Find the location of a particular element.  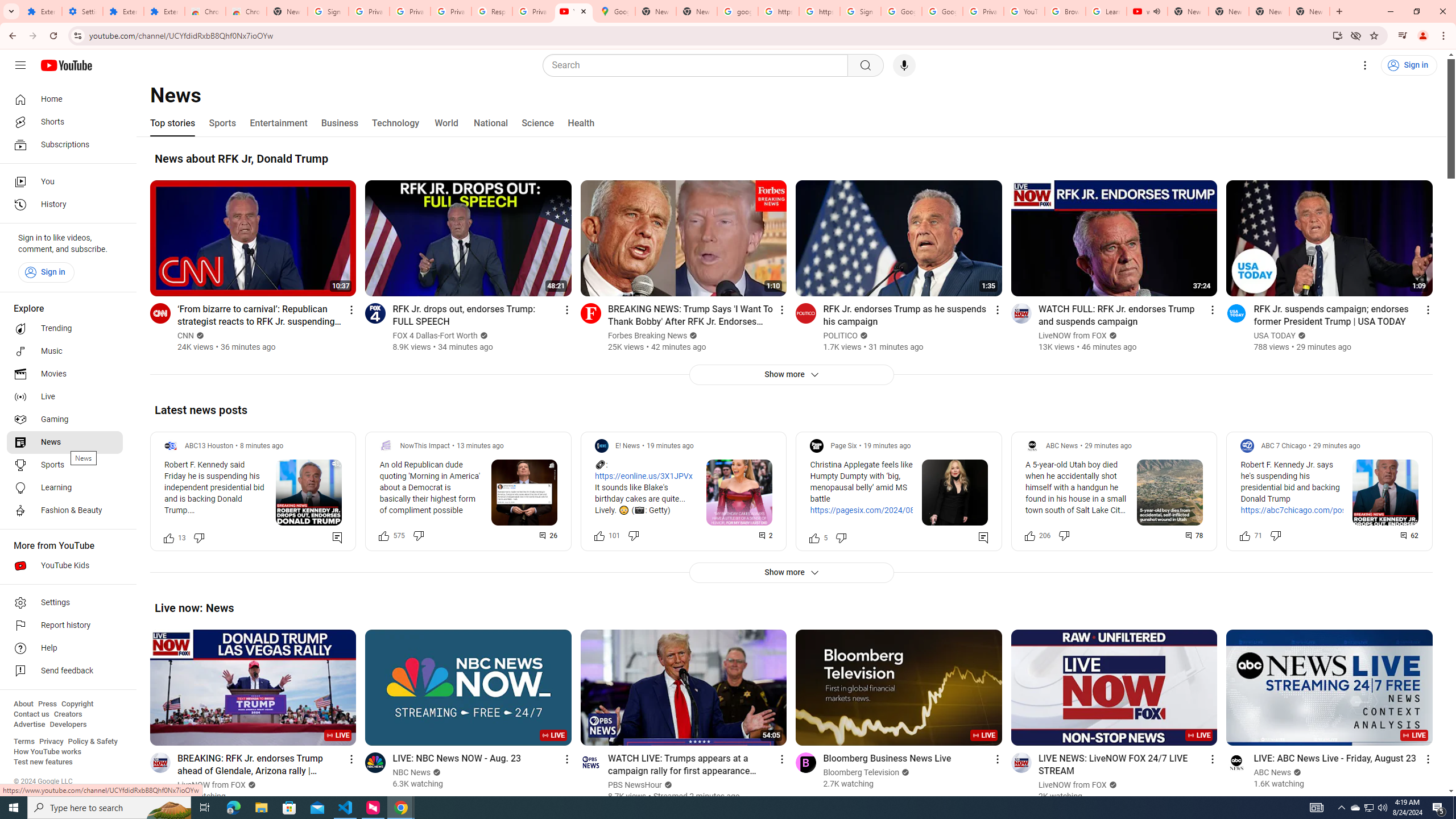

'https://eonline.us/3X1JPVx' is located at coordinates (643, 475).